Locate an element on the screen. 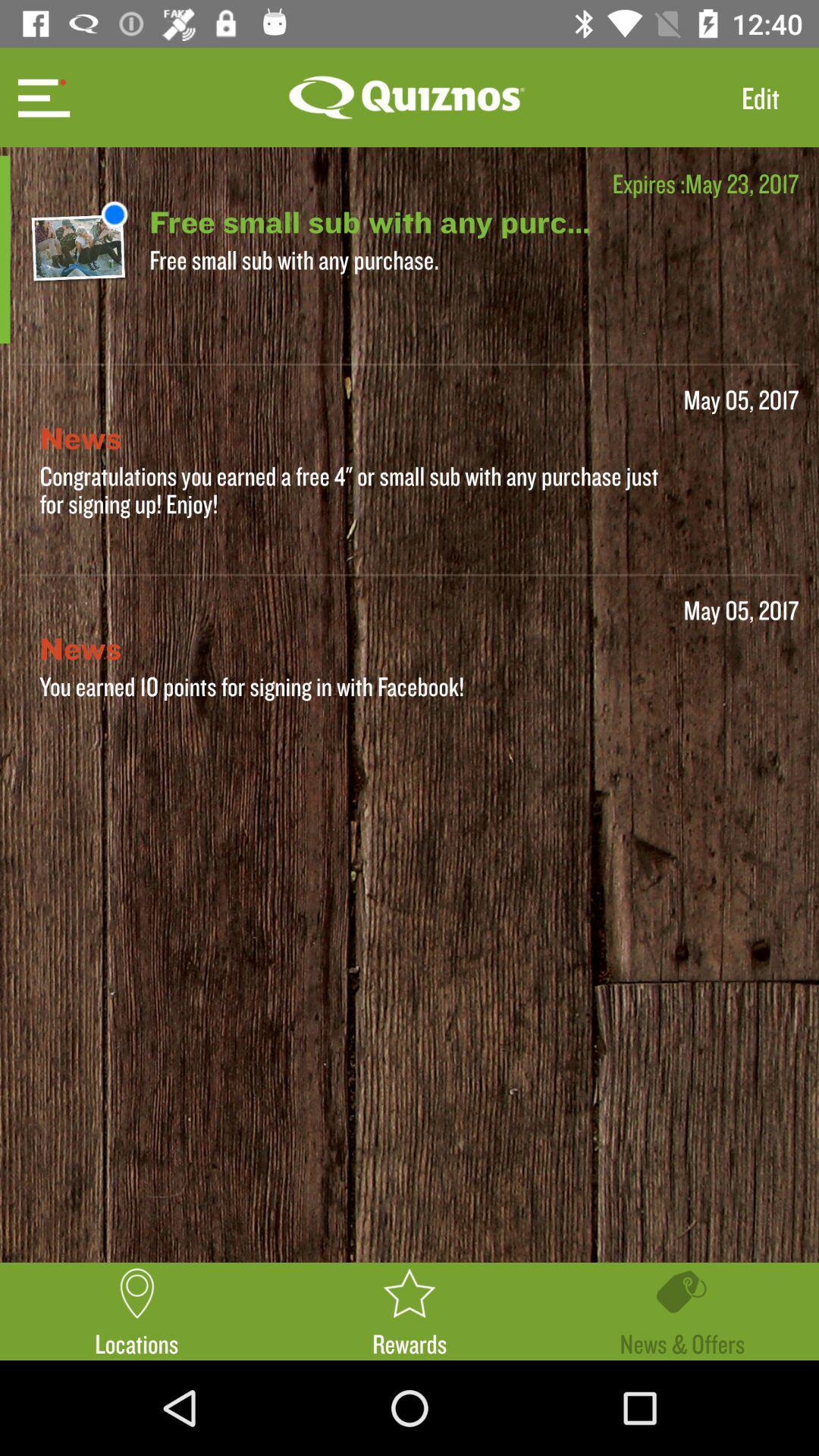 The width and height of the screenshot is (819, 1456). the filter_list icon is located at coordinates (41, 96).